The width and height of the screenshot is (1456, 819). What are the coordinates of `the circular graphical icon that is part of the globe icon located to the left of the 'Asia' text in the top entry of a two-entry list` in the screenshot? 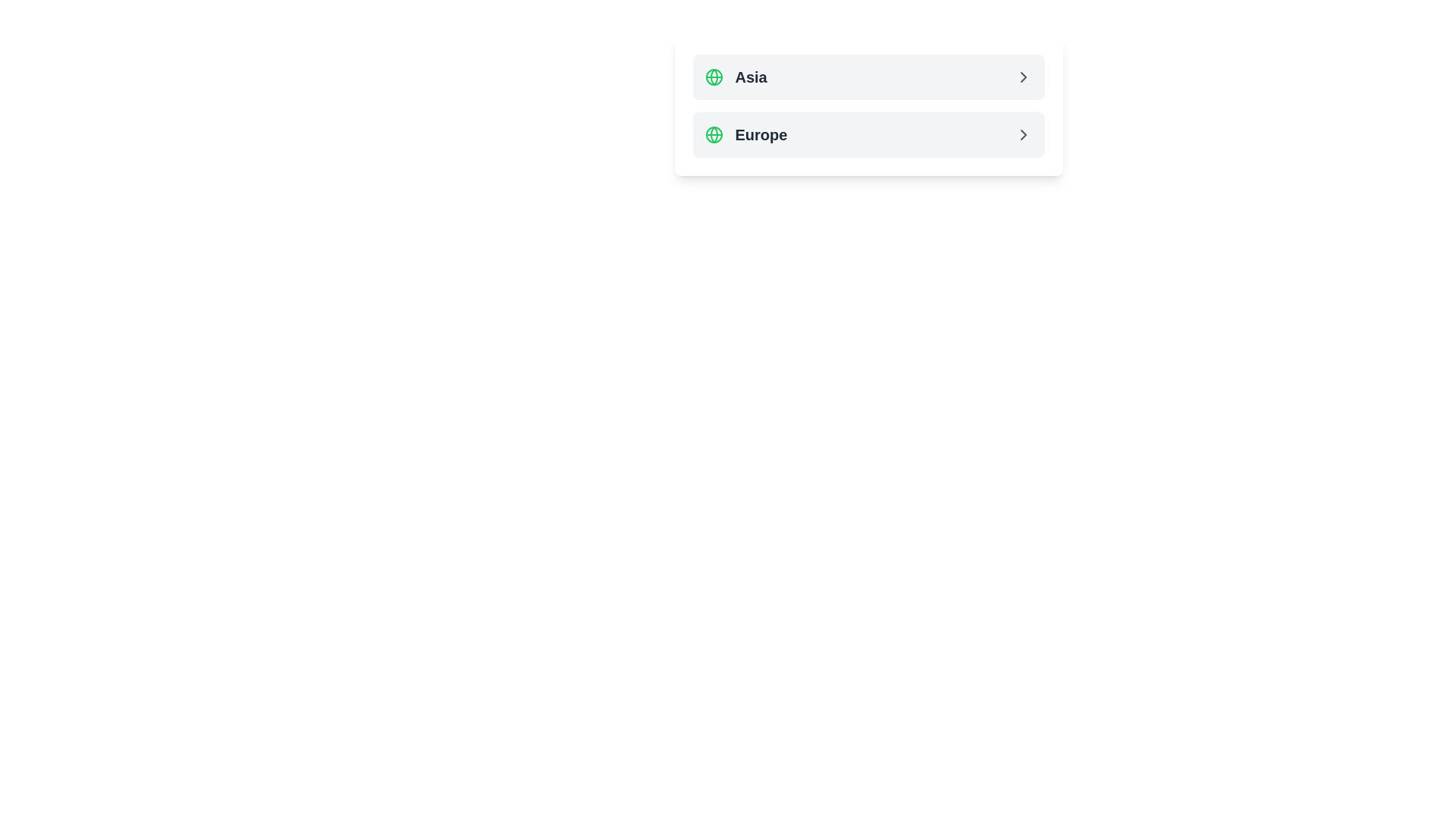 It's located at (713, 133).